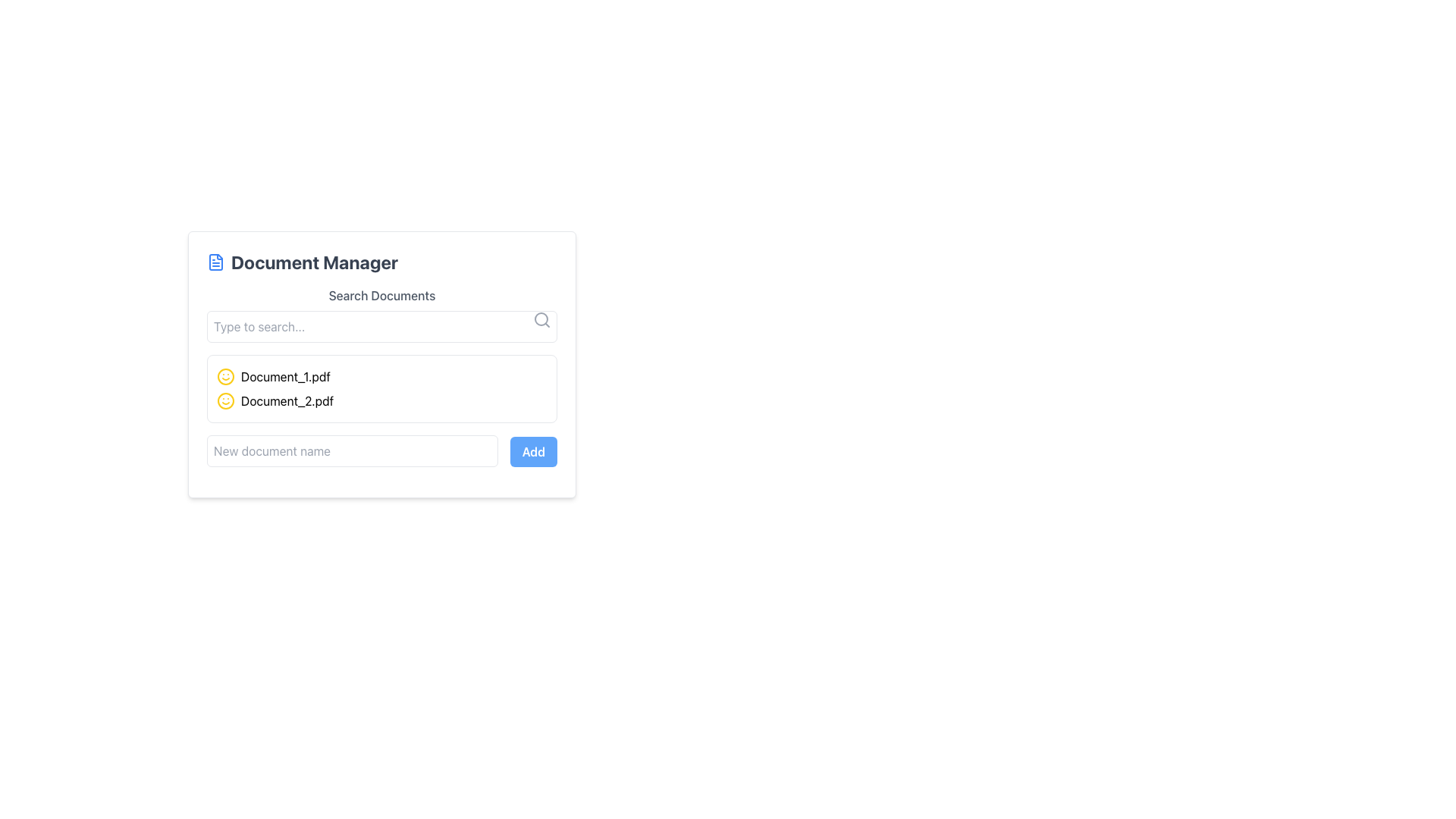  Describe the element at coordinates (382, 376) in the screenshot. I see `the first file entry in the Document Manager labeled 'Document_1.pdf'` at that location.